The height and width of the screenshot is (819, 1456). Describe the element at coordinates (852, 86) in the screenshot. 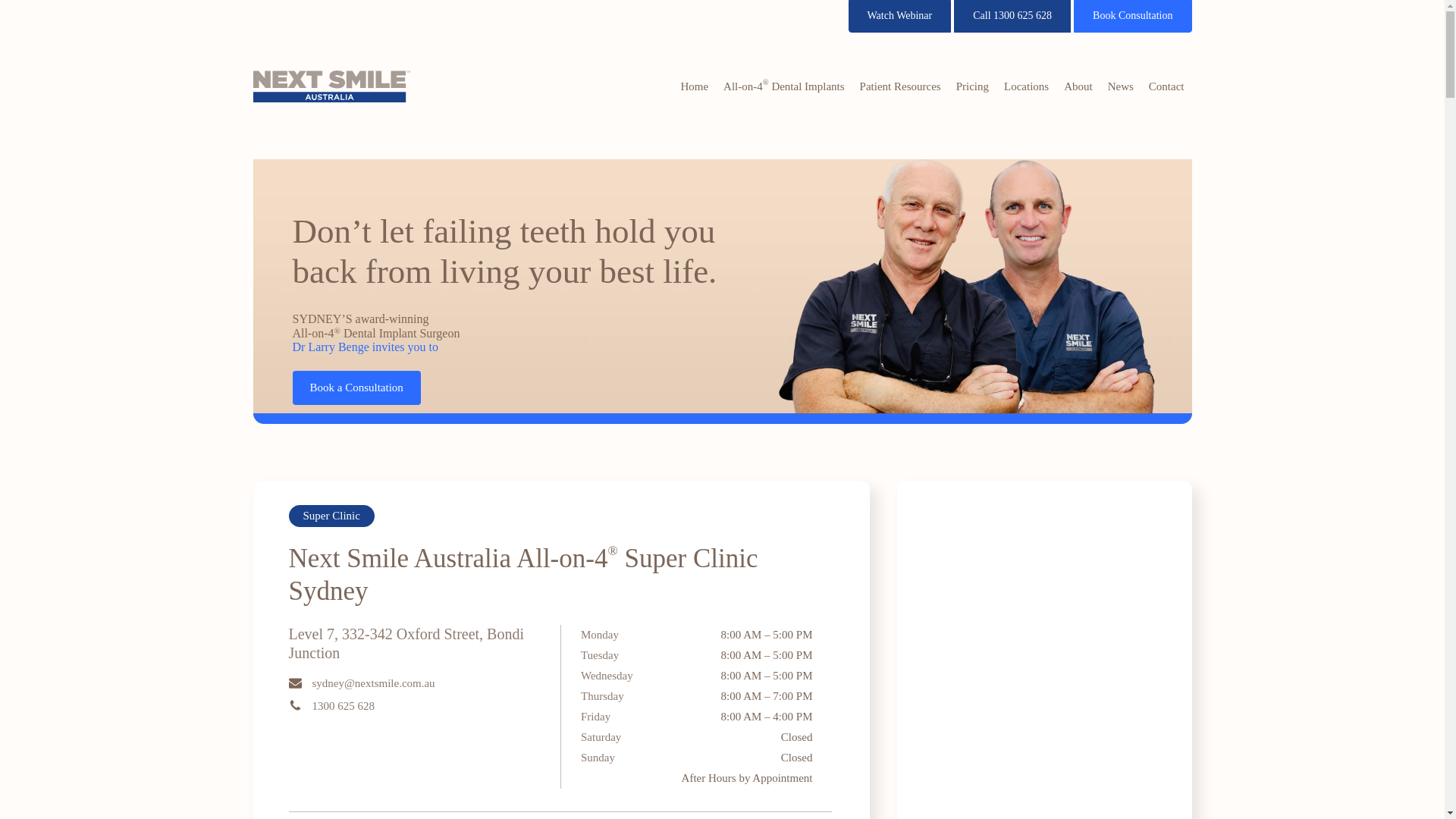

I see `'Patient Resources'` at that location.